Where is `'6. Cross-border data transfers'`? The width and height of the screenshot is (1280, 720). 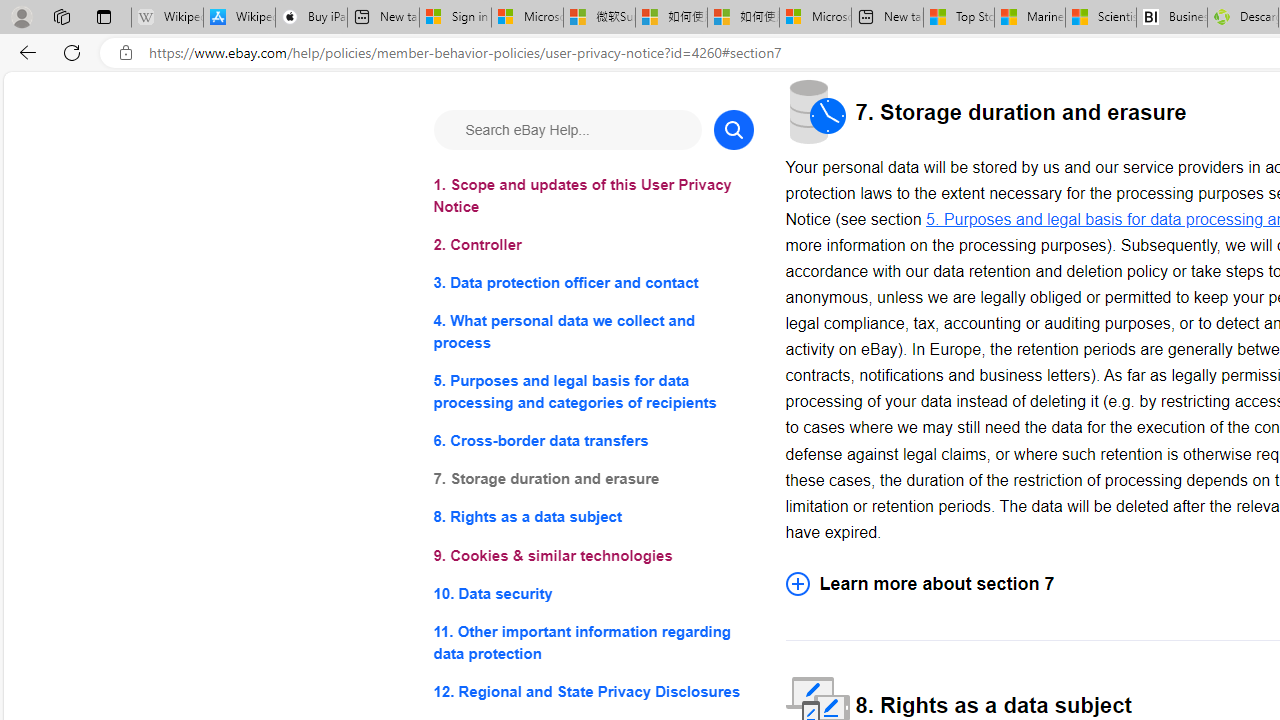
'6. Cross-border data transfers' is located at coordinates (592, 440).